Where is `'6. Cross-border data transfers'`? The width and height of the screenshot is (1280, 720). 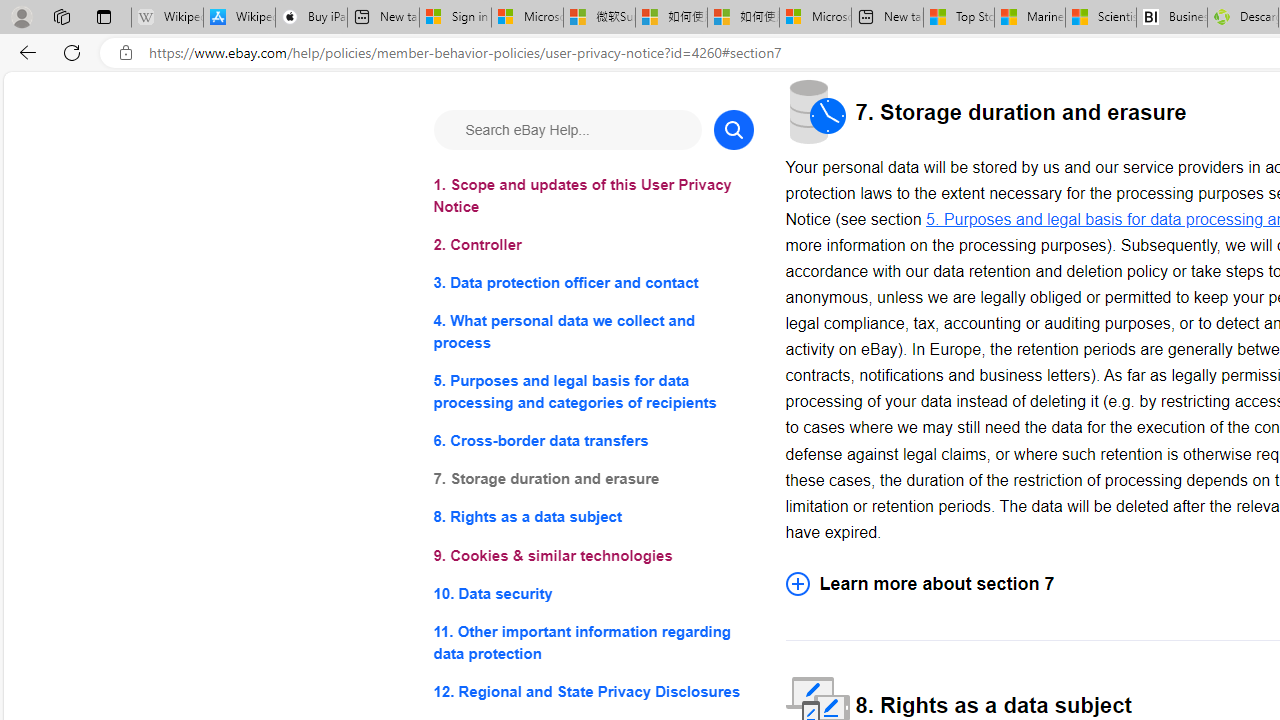
'6. Cross-border data transfers' is located at coordinates (592, 440).